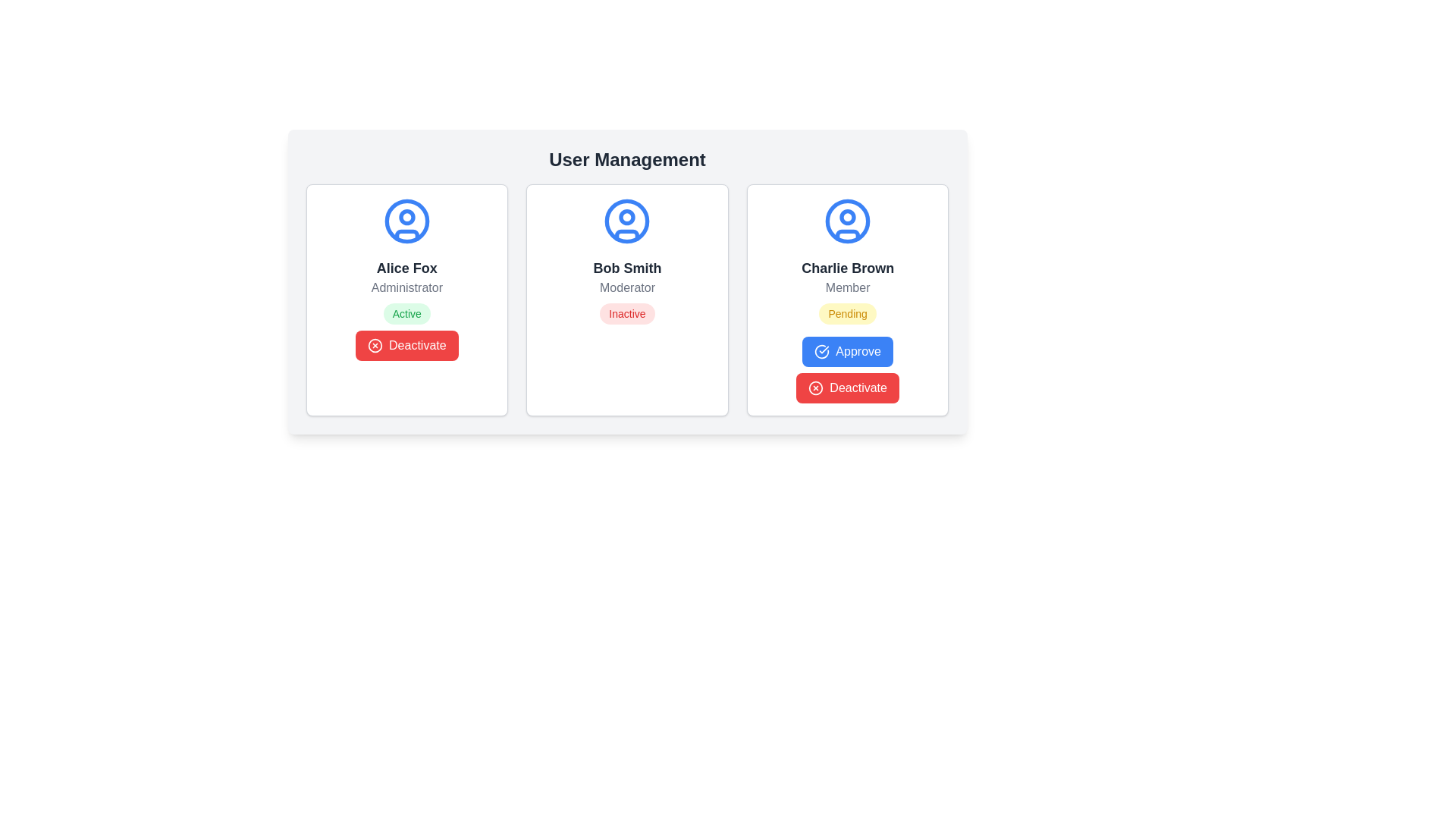 Image resolution: width=1456 pixels, height=819 pixels. What do you see at coordinates (406, 288) in the screenshot?
I see `the text label displaying 'Administrator', which is positioned below 'Alice Fox' and above the 'Active' badge` at bounding box center [406, 288].